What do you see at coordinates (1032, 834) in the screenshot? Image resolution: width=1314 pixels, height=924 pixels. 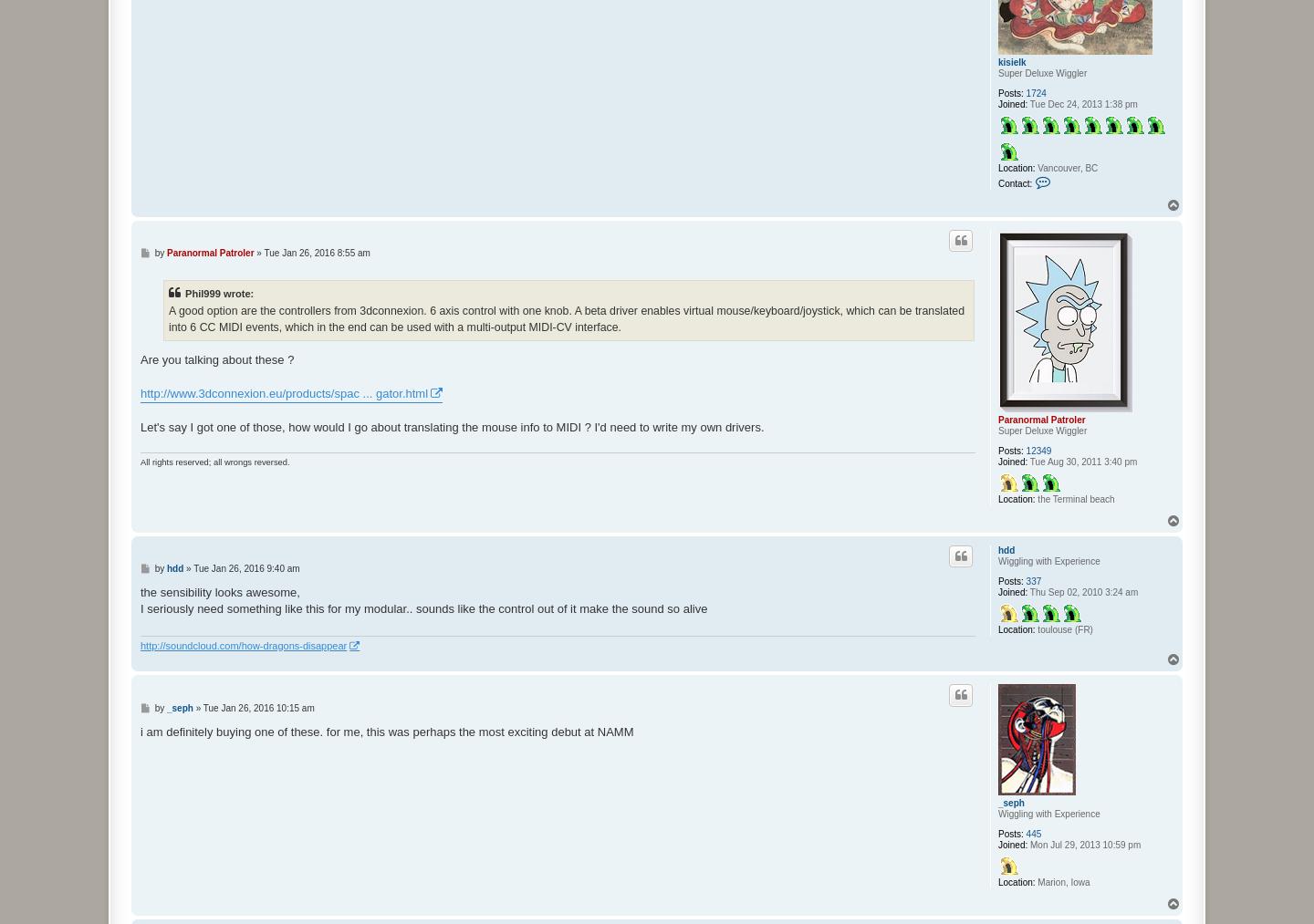 I see `'445'` at bounding box center [1032, 834].